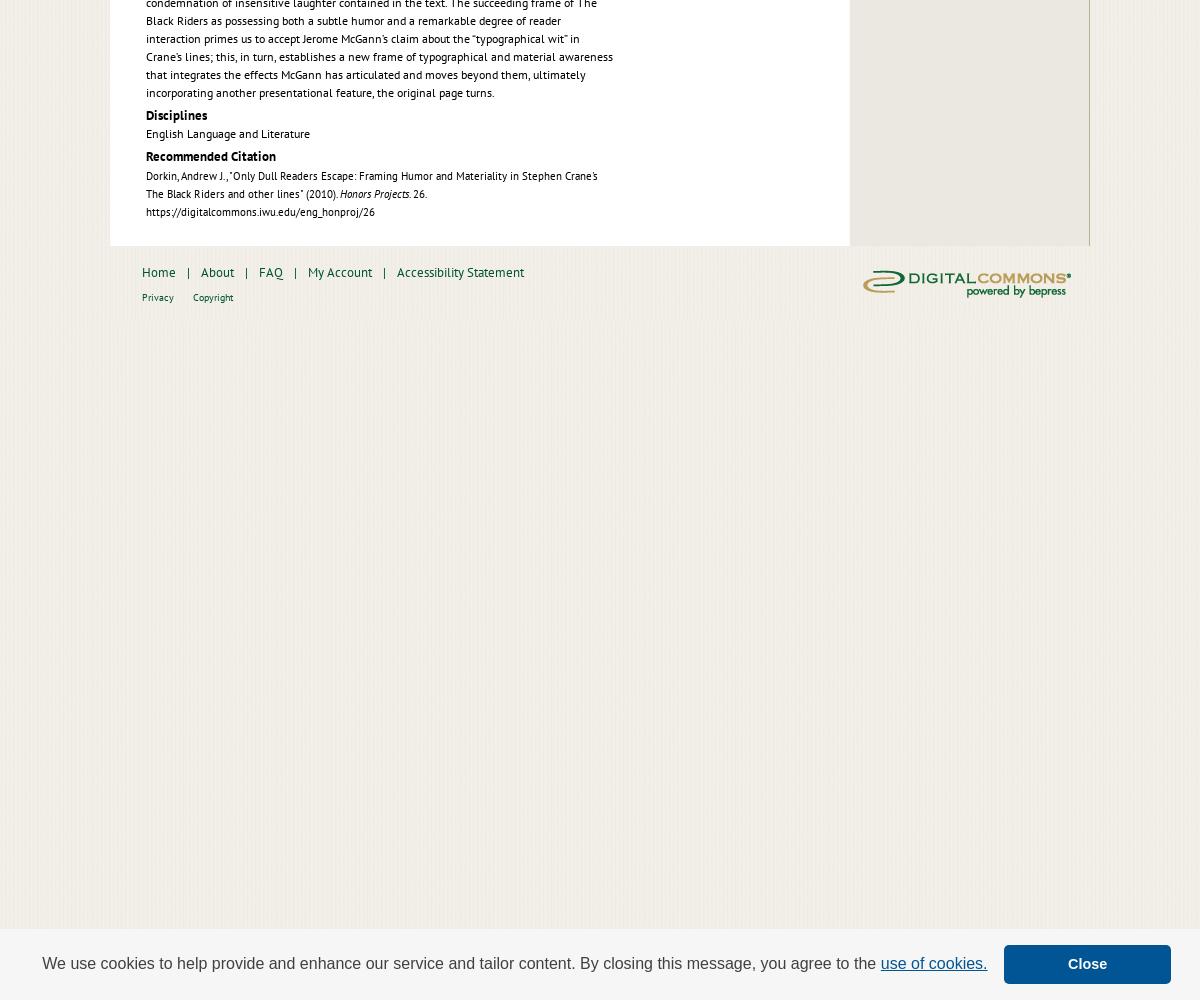 This screenshot has height=1000, width=1200. Describe the element at coordinates (146, 184) in the screenshot. I see `'Dorkin, Andrew J., "Only Dull Readers Escape:  Framing Humor and Materiality in Stephen Crane's The Black Riders and other lines" (2010).'` at that location.